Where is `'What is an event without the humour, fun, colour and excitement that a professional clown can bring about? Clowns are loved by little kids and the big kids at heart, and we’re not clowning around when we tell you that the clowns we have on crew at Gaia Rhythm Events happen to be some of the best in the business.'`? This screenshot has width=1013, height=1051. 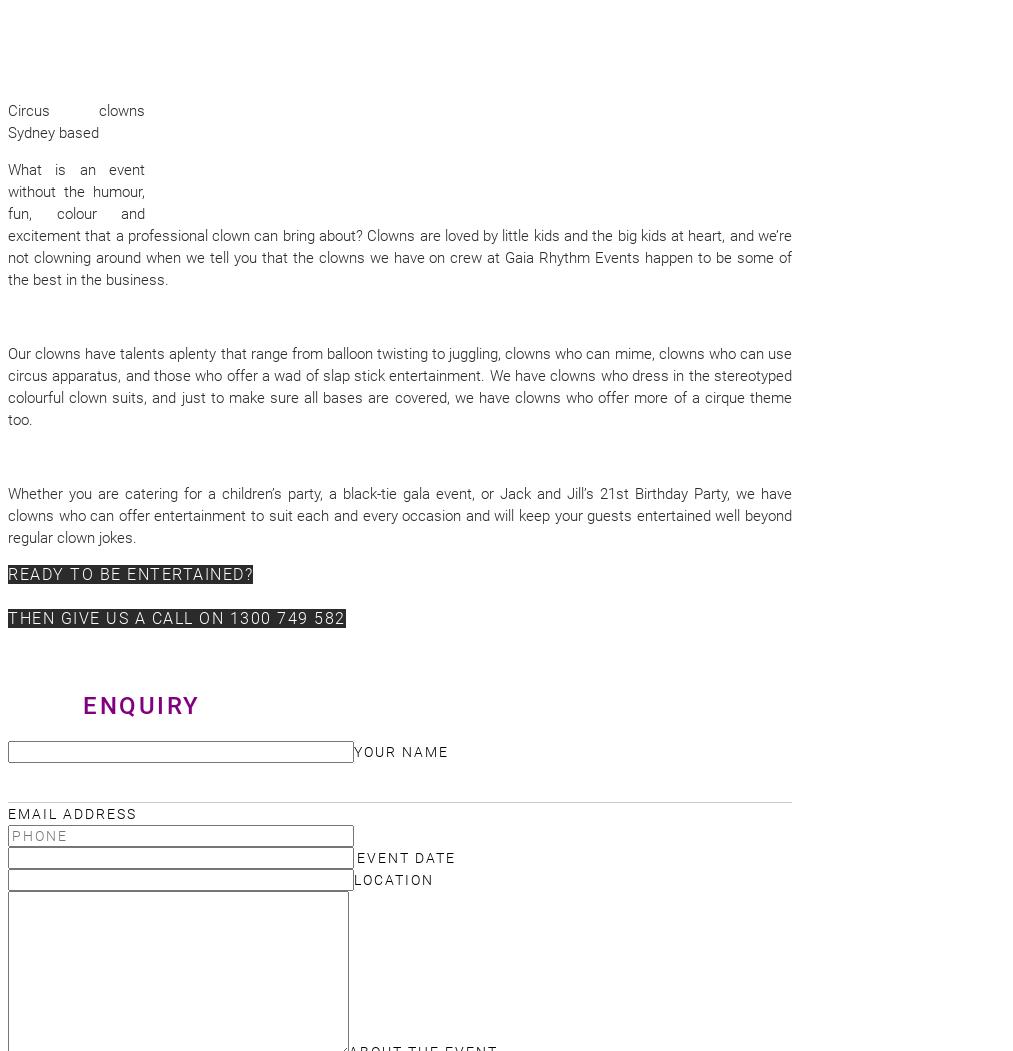
'What is an event without the humour, fun, colour and excitement that a professional clown can bring about? Clowns are loved by little kids and the big kids at heart, and we’re not clowning around when we tell you that the clowns we have on crew at Gaia Rhythm Events happen to be some of the best in the business.' is located at coordinates (400, 224).